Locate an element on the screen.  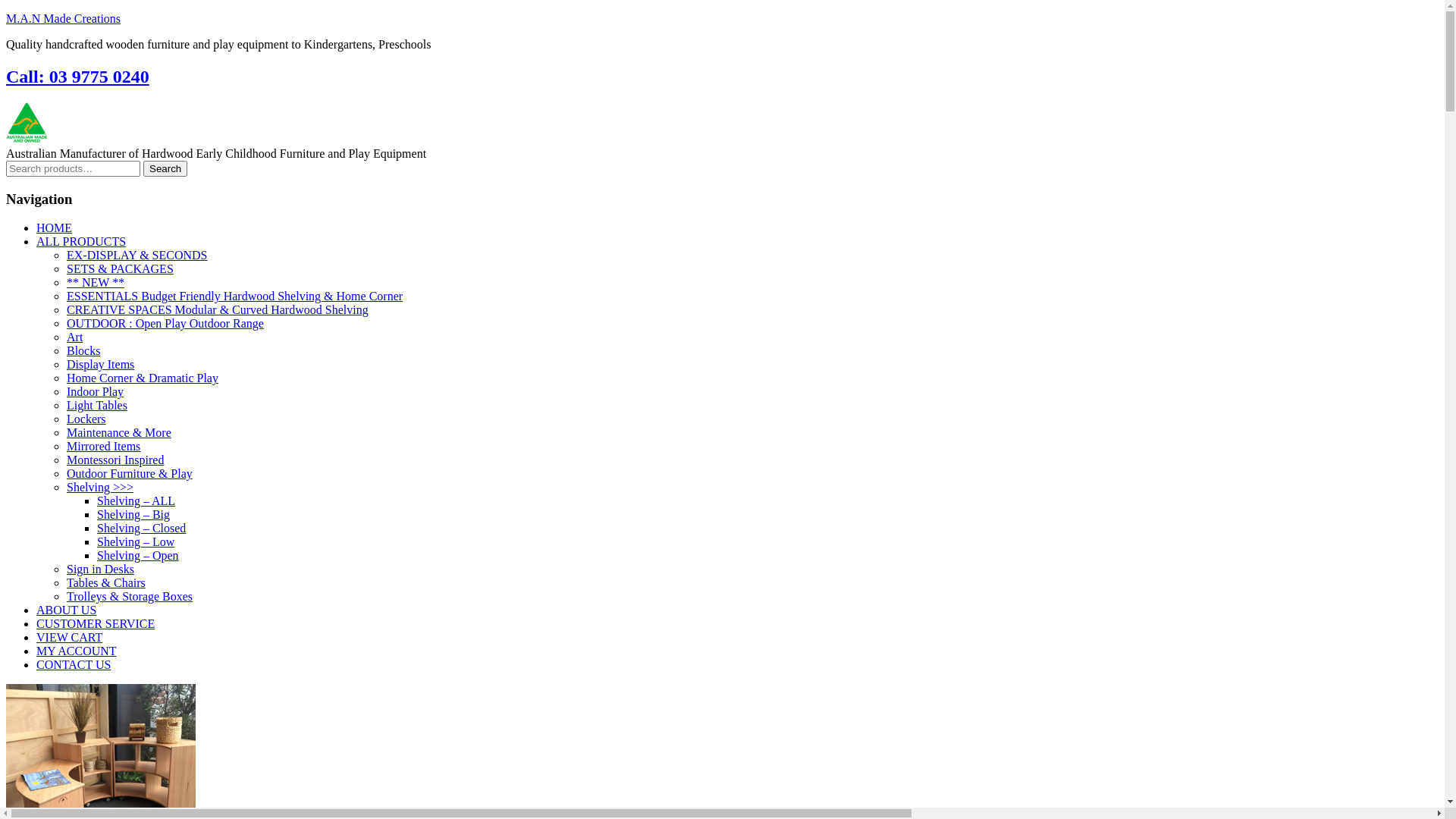
'Light Tables' is located at coordinates (96, 404).